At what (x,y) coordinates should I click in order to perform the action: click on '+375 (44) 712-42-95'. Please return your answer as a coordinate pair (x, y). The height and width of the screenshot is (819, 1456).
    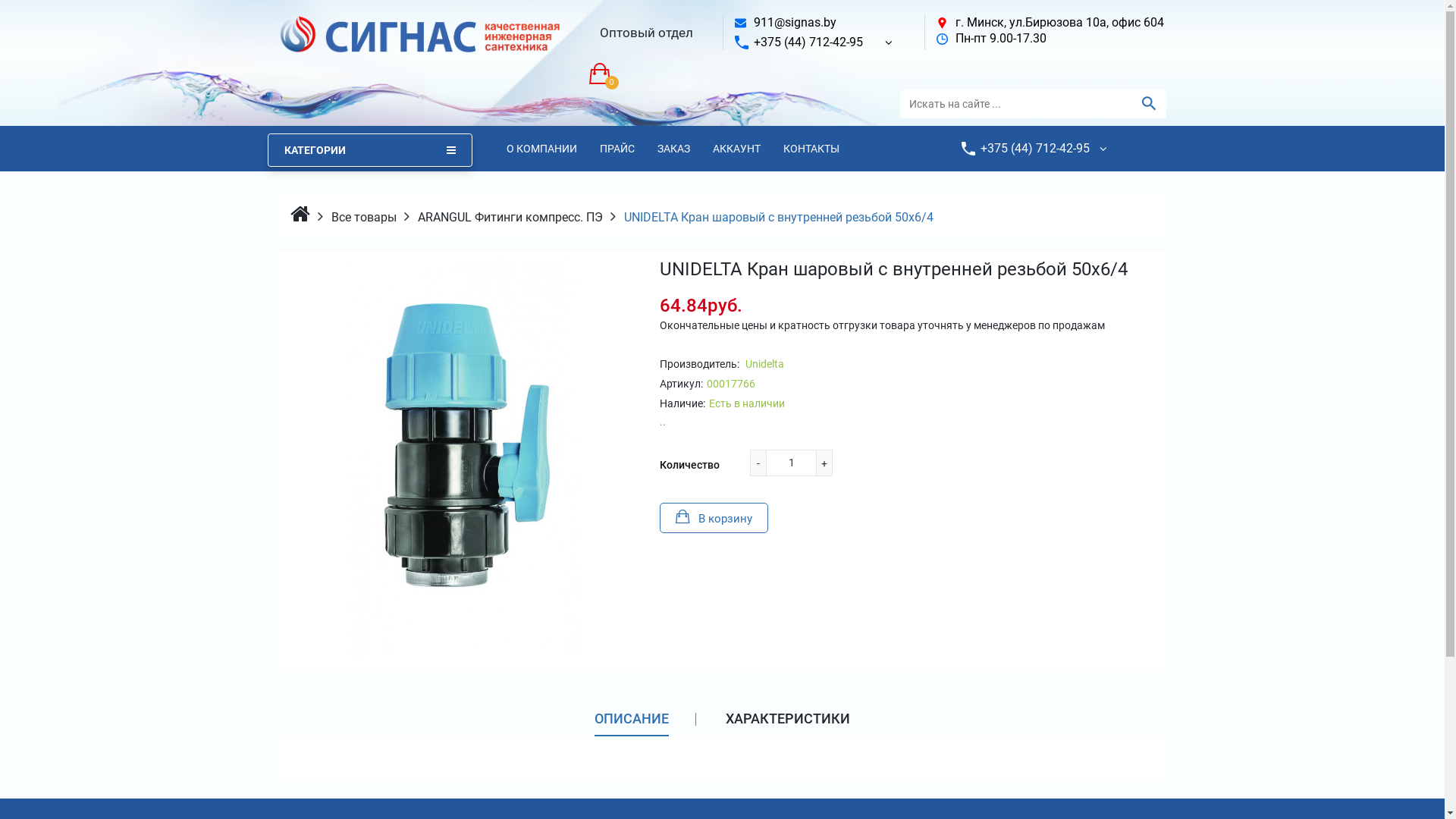
    Looking at the image, I should click on (807, 41).